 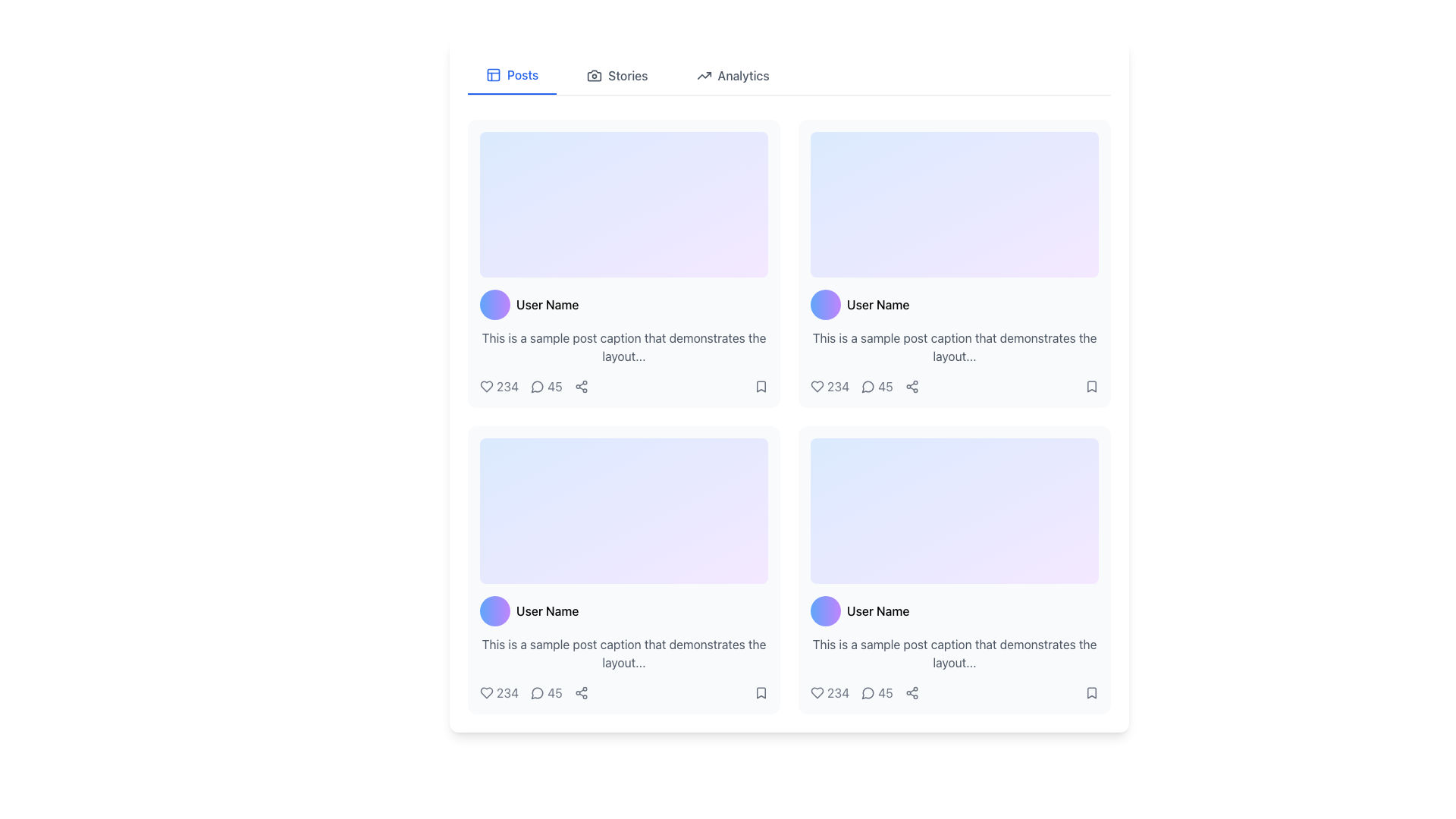 What do you see at coordinates (623, 652) in the screenshot?
I see `the text label that displays 'This is a sample post caption that demonstrates the layout...' located below the username and above the interaction metrics` at bounding box center [623, 652].